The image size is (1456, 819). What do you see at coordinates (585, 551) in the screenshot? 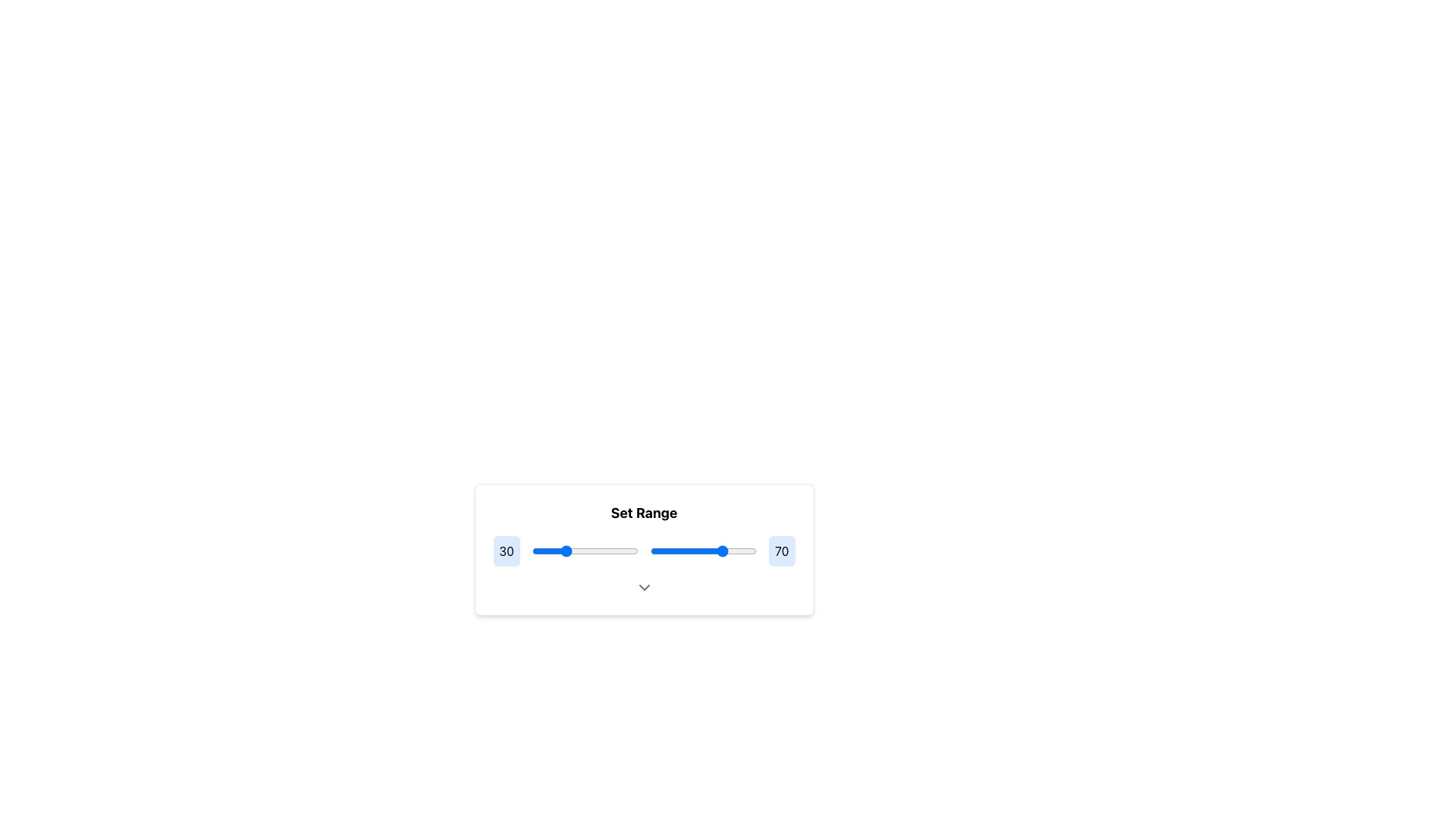
I see `the thumb of the slider that adjusts a numeric value within the range of 0 to 100, currently set to 30` at bounding box center [585, 551].